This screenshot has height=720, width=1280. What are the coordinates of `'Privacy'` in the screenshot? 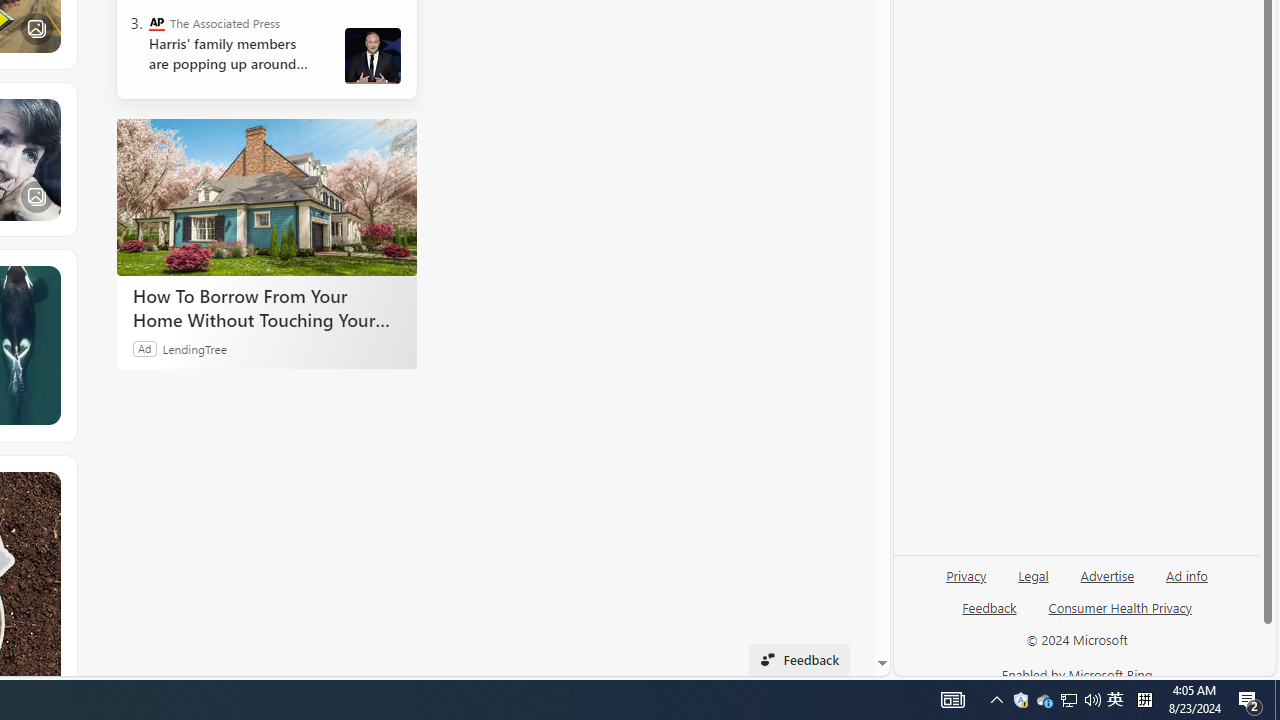 It's located at (967, 583).